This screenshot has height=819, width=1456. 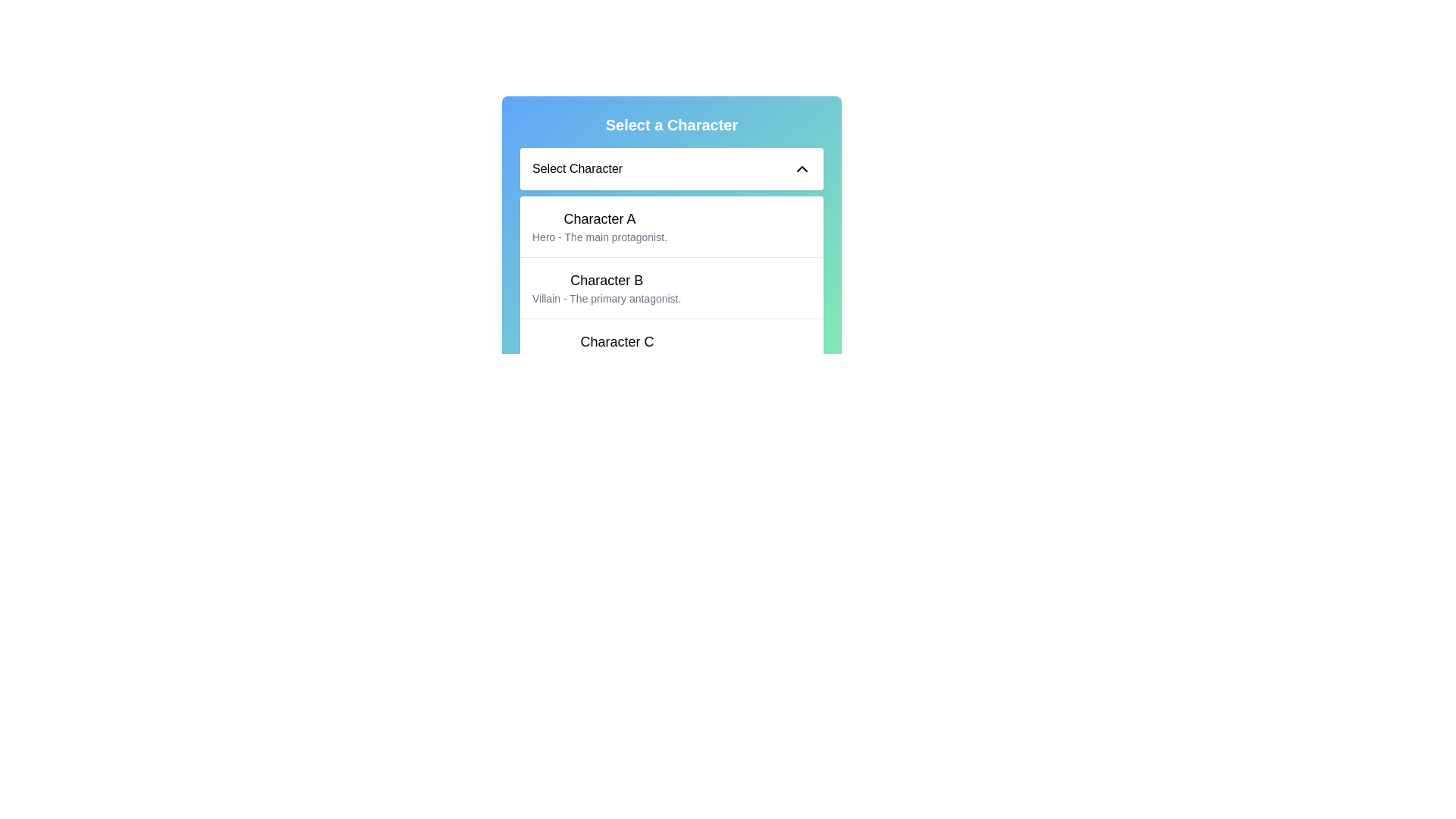 I want to click on text label that states 'Villain - The primary antagonist.', which is styled in a smaller gray font and positioned below the heading 'Character B' in the dropdown menu, so click(x=607, y=298).